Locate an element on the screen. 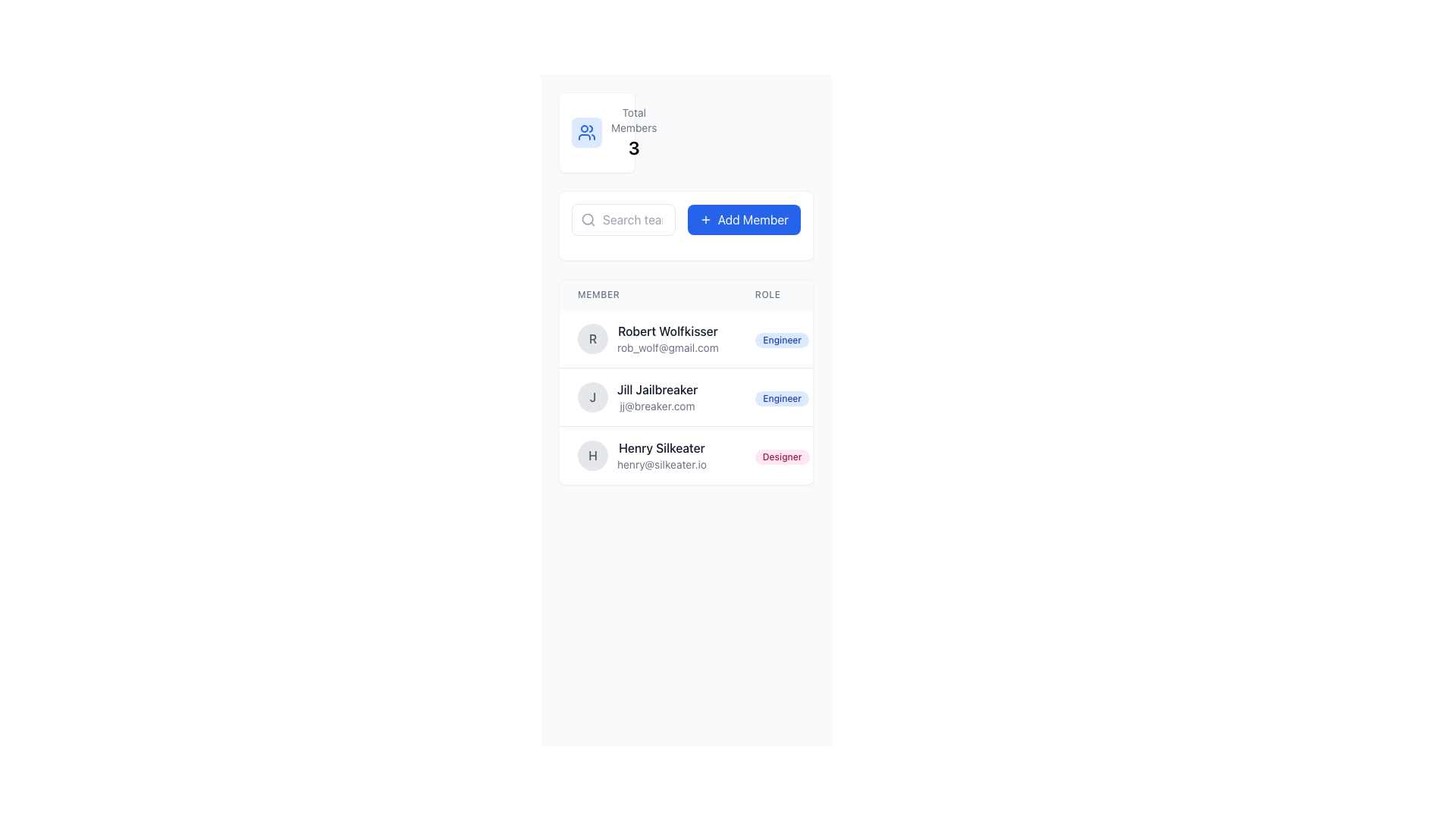 This screenshot has width=1456, height=819. the text label element reading 'Jill Jailbreaker' for additional information, which is styled in bold and dark gray, located in the second row of the user list is located at coordinates (657, 388).